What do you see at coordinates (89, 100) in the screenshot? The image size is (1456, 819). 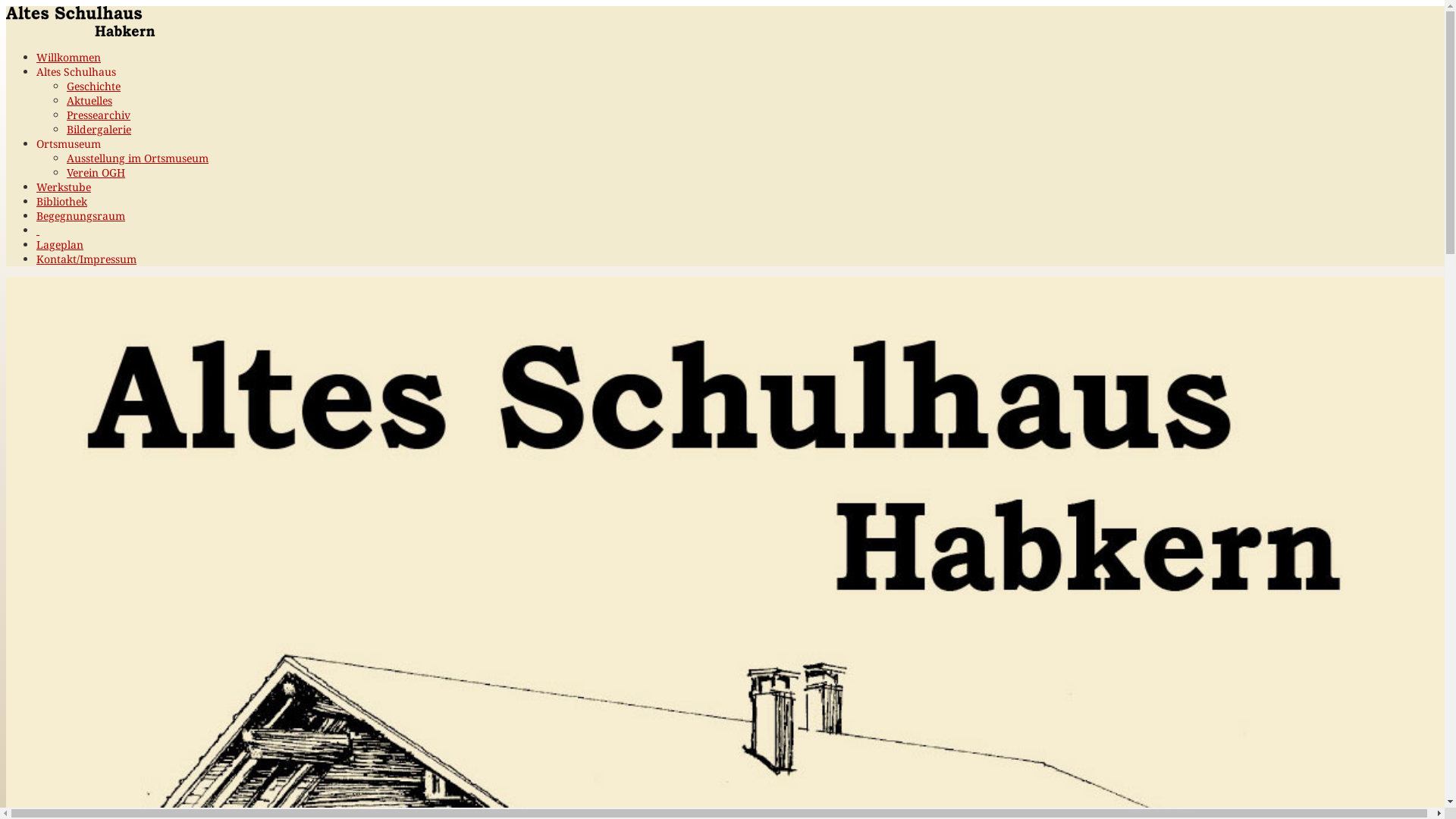 I see `'Aktuelles'` at bounding box center [89, 100].